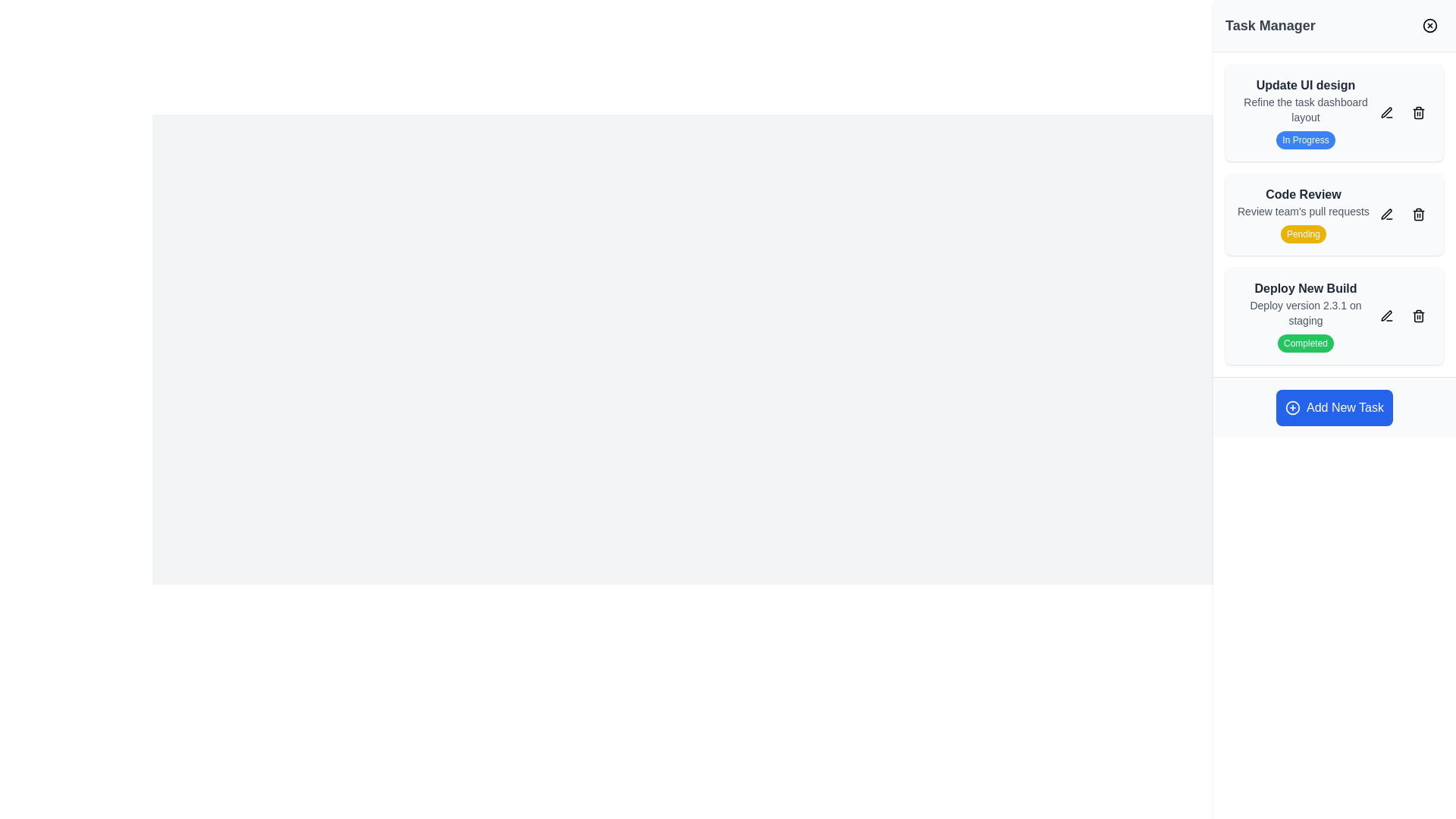 The image size is (1456, 819). Describe the element at coordinates (1302, 194) in the screenshot. I see `the title text of the central task card in the 'Task Manager' panel for task identification` at that location.